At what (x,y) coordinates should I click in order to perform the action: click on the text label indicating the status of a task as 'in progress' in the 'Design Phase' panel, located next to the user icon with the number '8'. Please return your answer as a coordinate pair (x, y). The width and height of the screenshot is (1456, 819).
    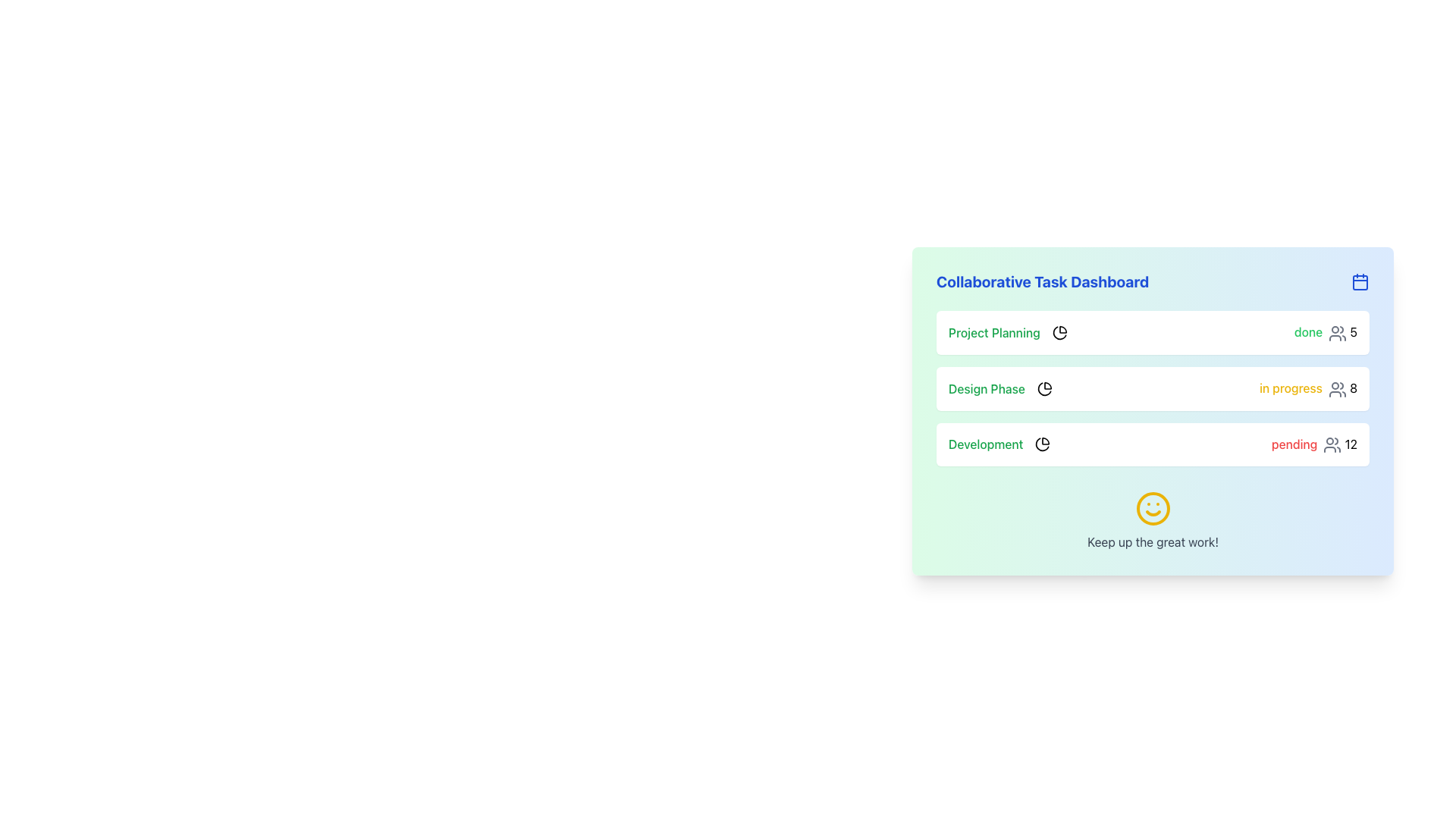
    Looking at the image, I should click on (1290, 387).